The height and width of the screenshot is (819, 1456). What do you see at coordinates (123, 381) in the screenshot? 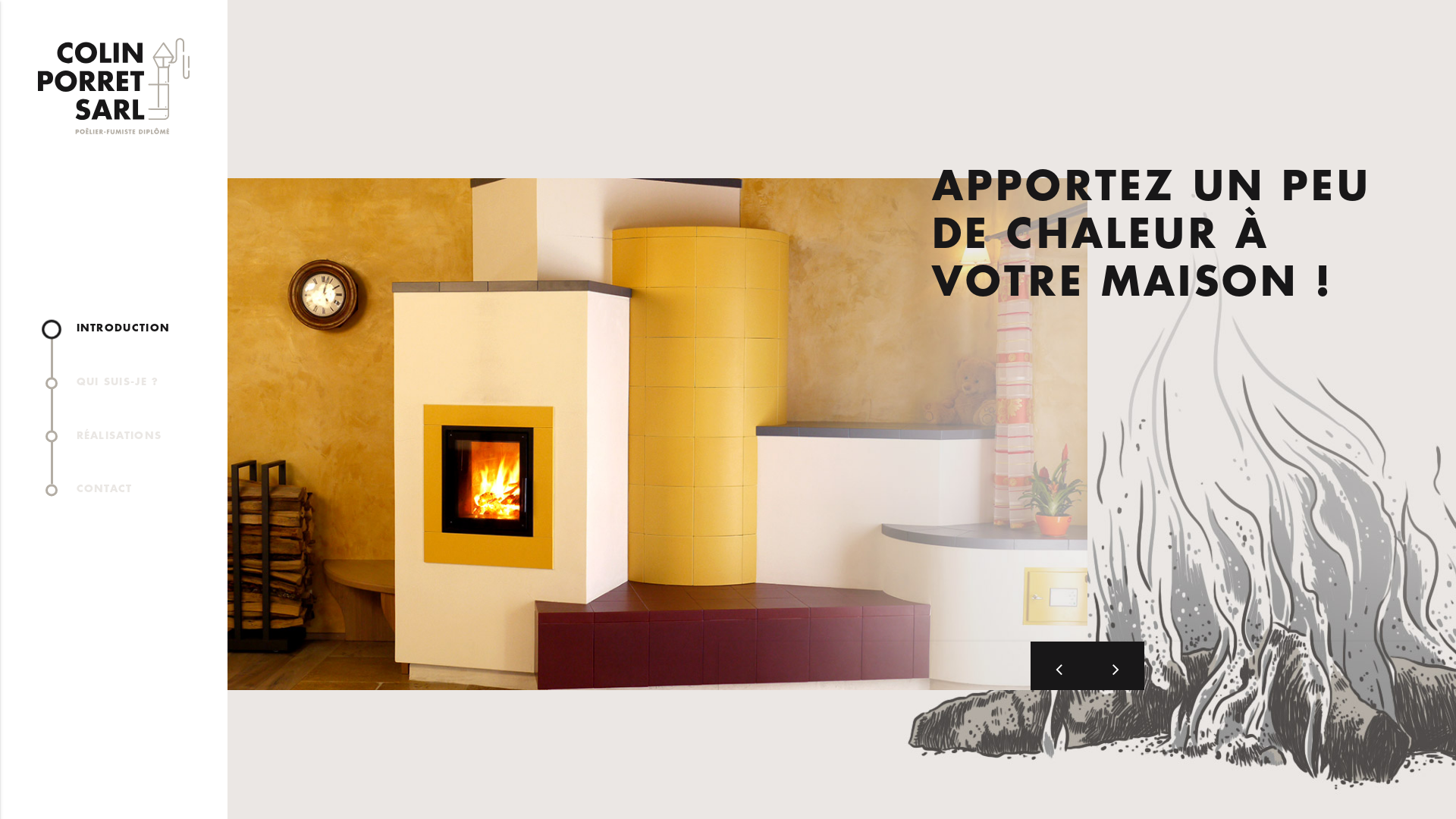
I see `'QUI SUIS-JE ?'` at bounding box center [123, 381].